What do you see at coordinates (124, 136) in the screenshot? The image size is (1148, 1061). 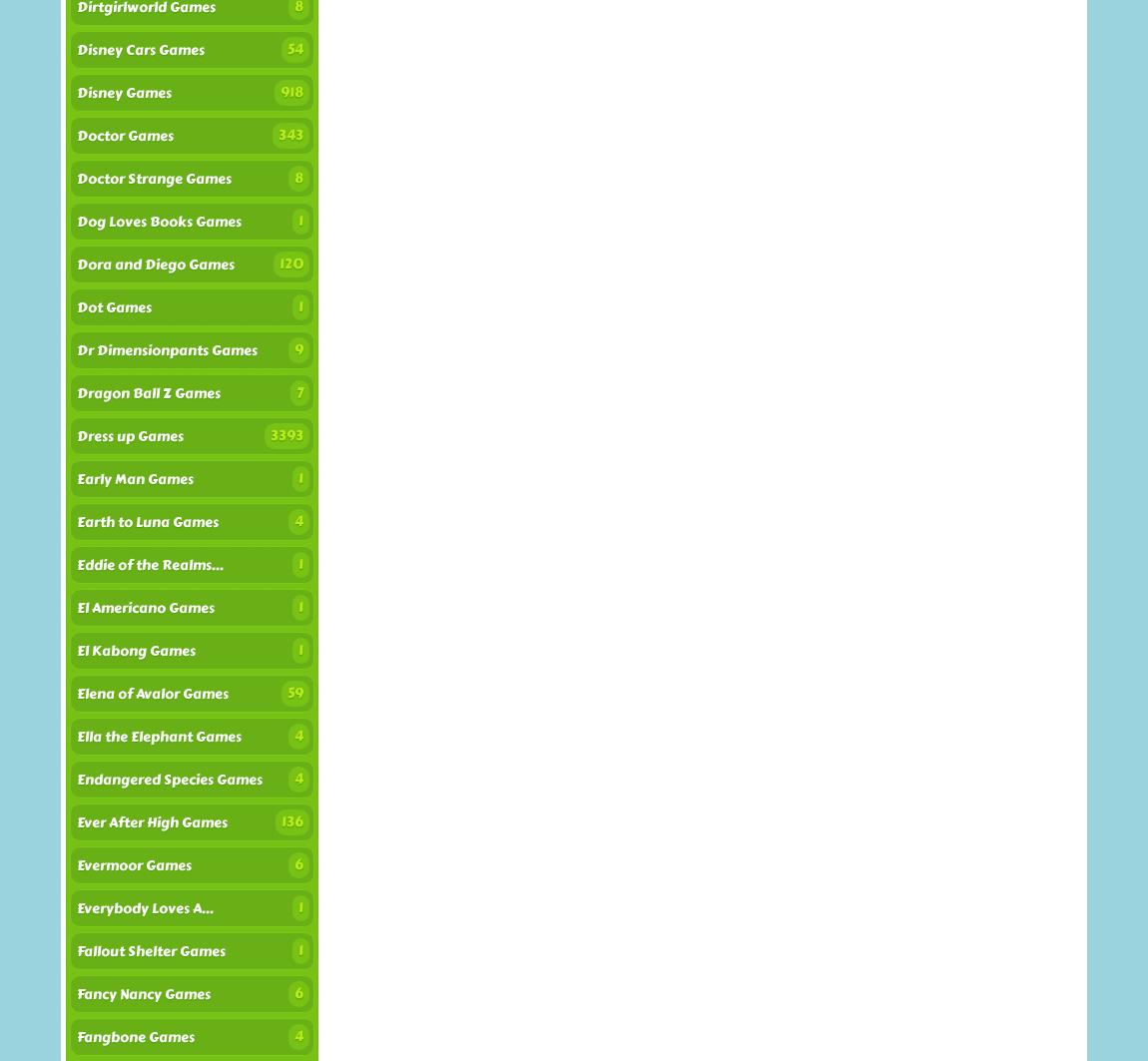 I see `'Doctor Games'` at bounding box center [124, 136].